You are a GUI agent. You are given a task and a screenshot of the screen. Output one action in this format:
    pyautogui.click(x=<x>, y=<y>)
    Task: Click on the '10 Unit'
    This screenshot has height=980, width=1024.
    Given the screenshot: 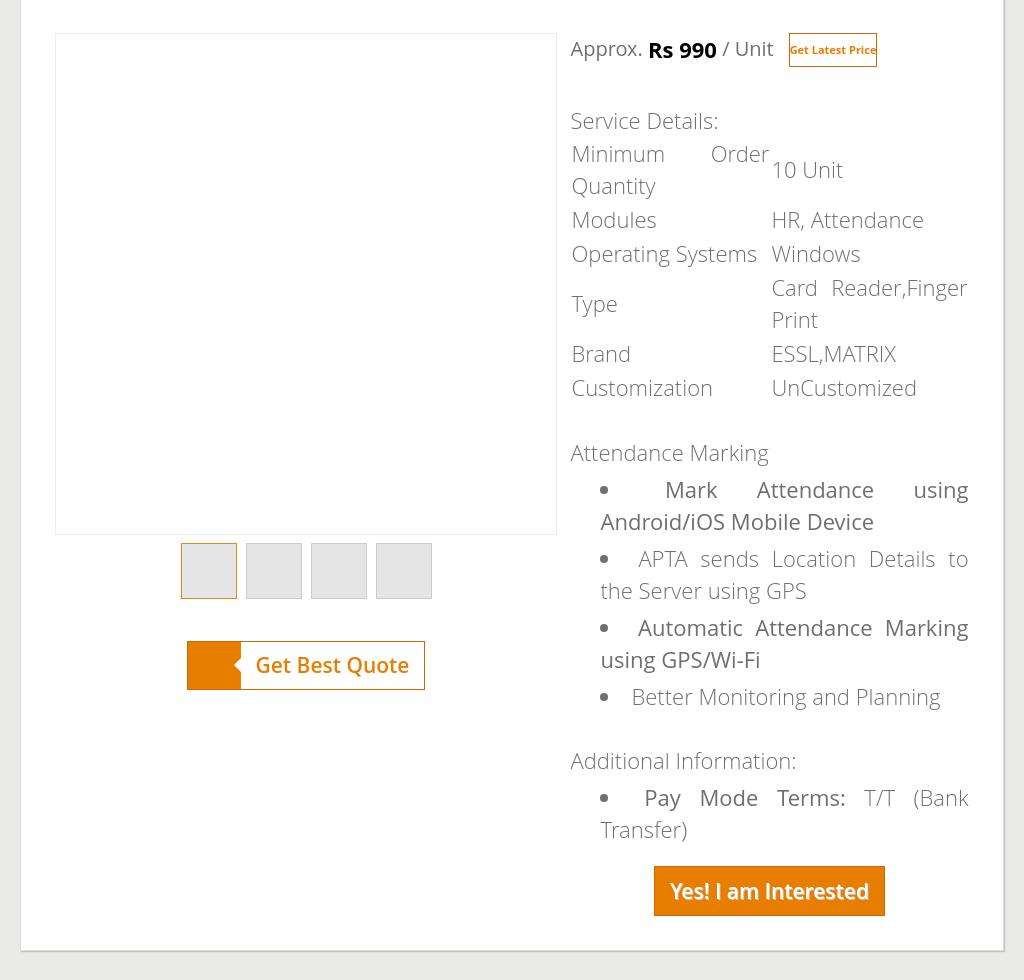 What is the action you would take?
    pyautogui.click(x=807, y=168)
    